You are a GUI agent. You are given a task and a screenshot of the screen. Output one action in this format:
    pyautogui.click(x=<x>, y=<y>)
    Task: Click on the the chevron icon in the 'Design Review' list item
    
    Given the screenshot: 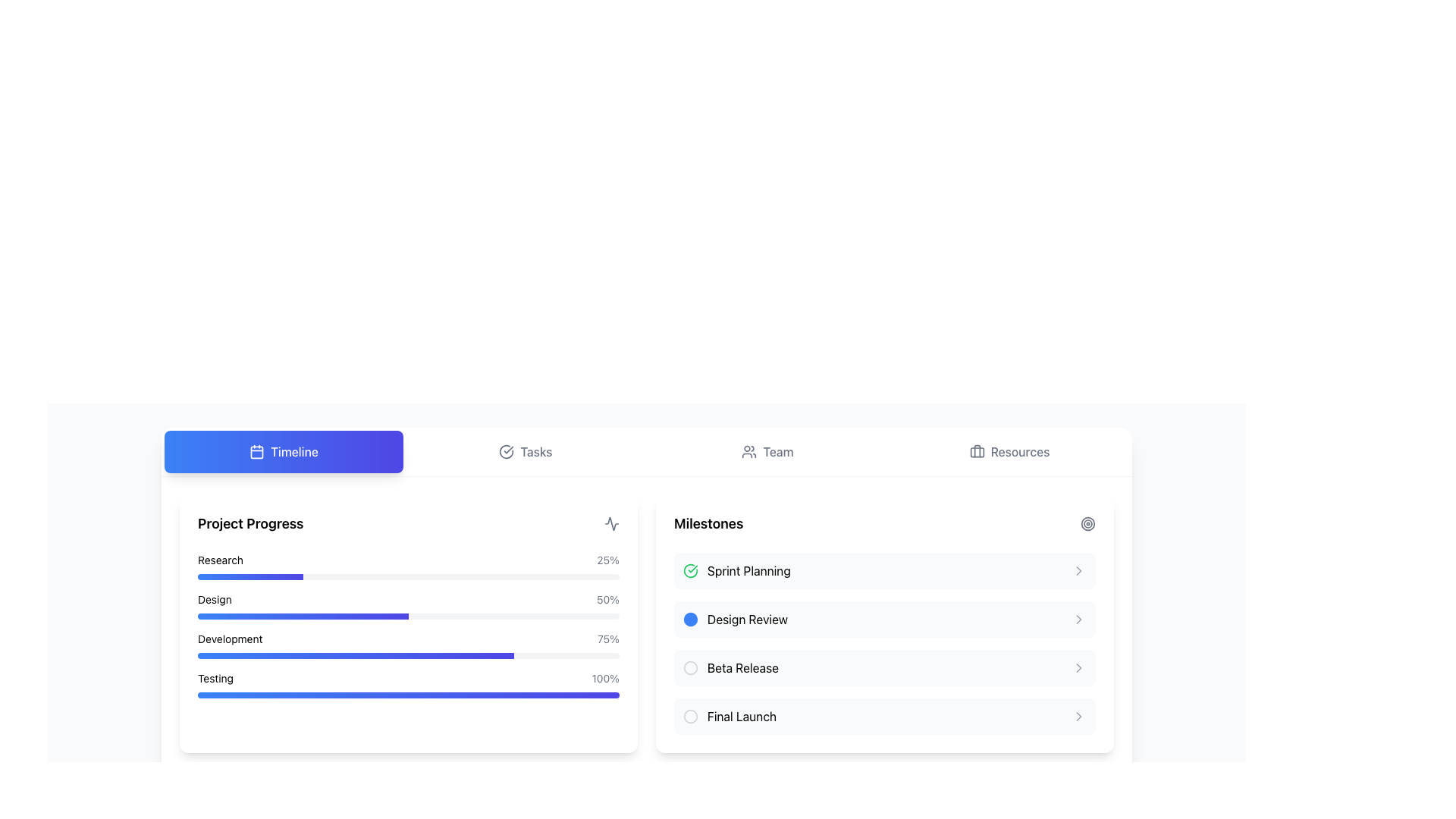 What is the action you would take?
    pyautogui.click(x=1078, y=620)
    